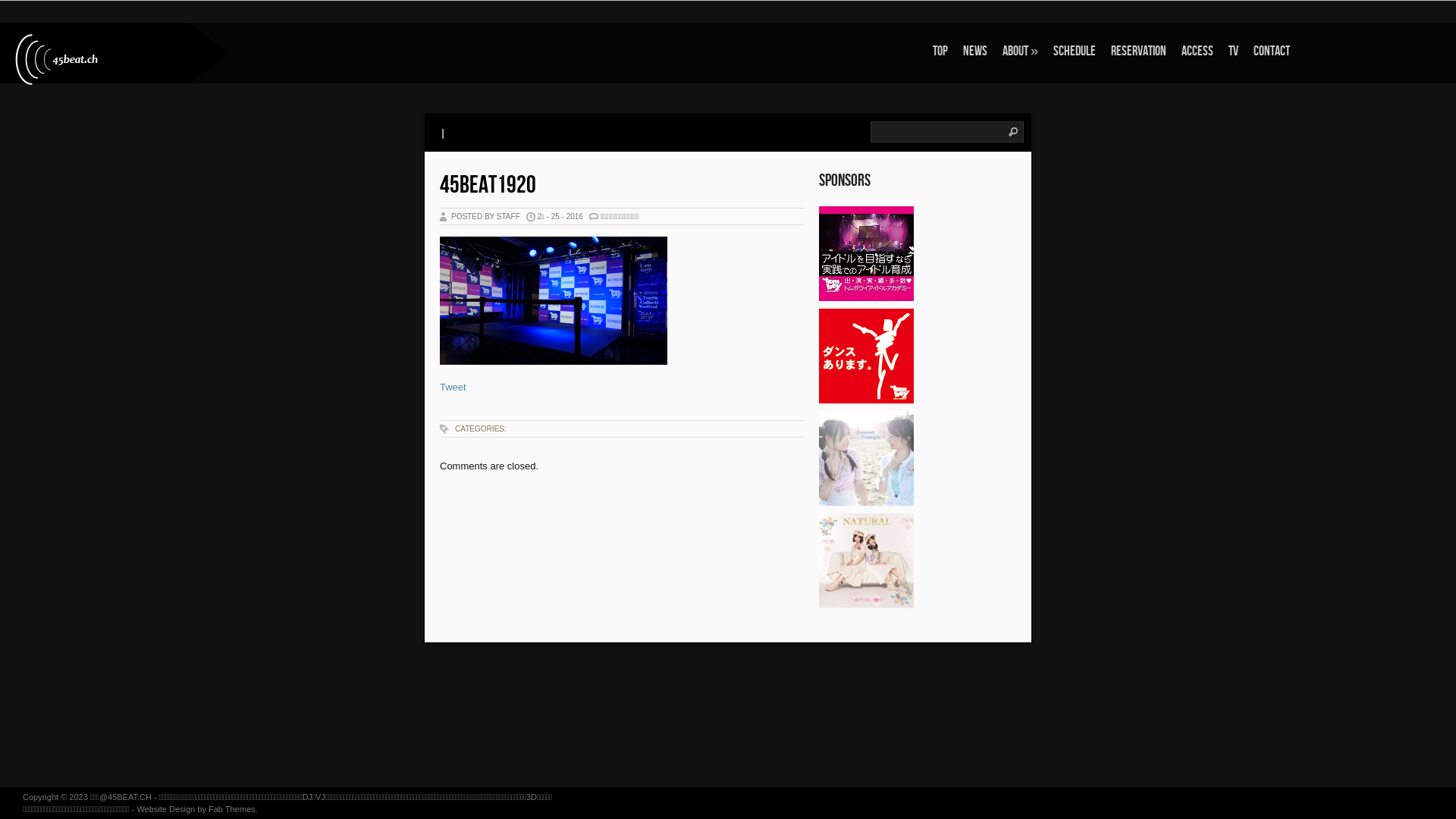  Describe the element at coordinates (1197, 50) in the screenshot. I see `'ACCESS'` at that location.